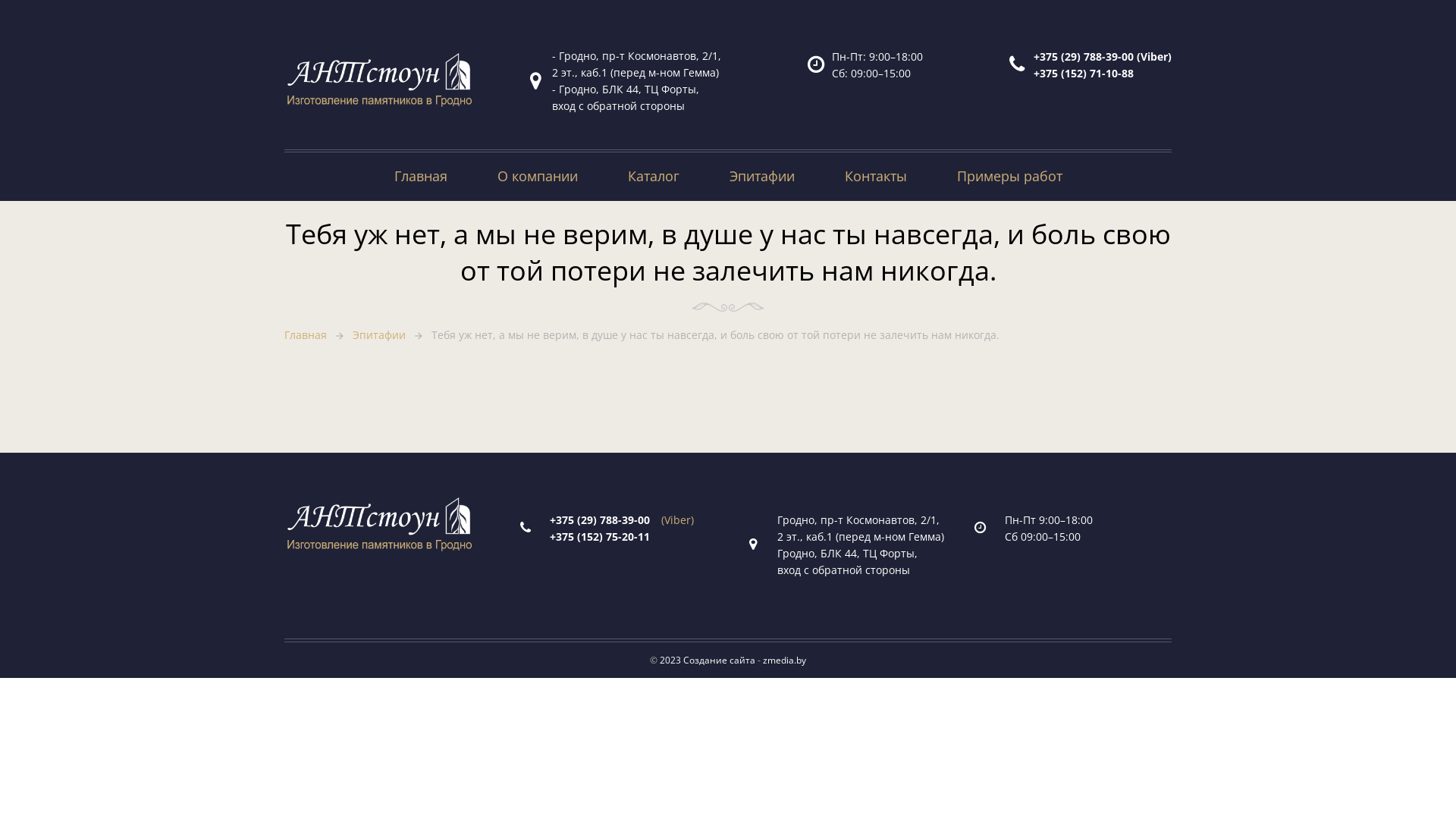 The height and width of the screenshot is (819, 1456). I want to click on 'zmedia.by', so click(784, 659).